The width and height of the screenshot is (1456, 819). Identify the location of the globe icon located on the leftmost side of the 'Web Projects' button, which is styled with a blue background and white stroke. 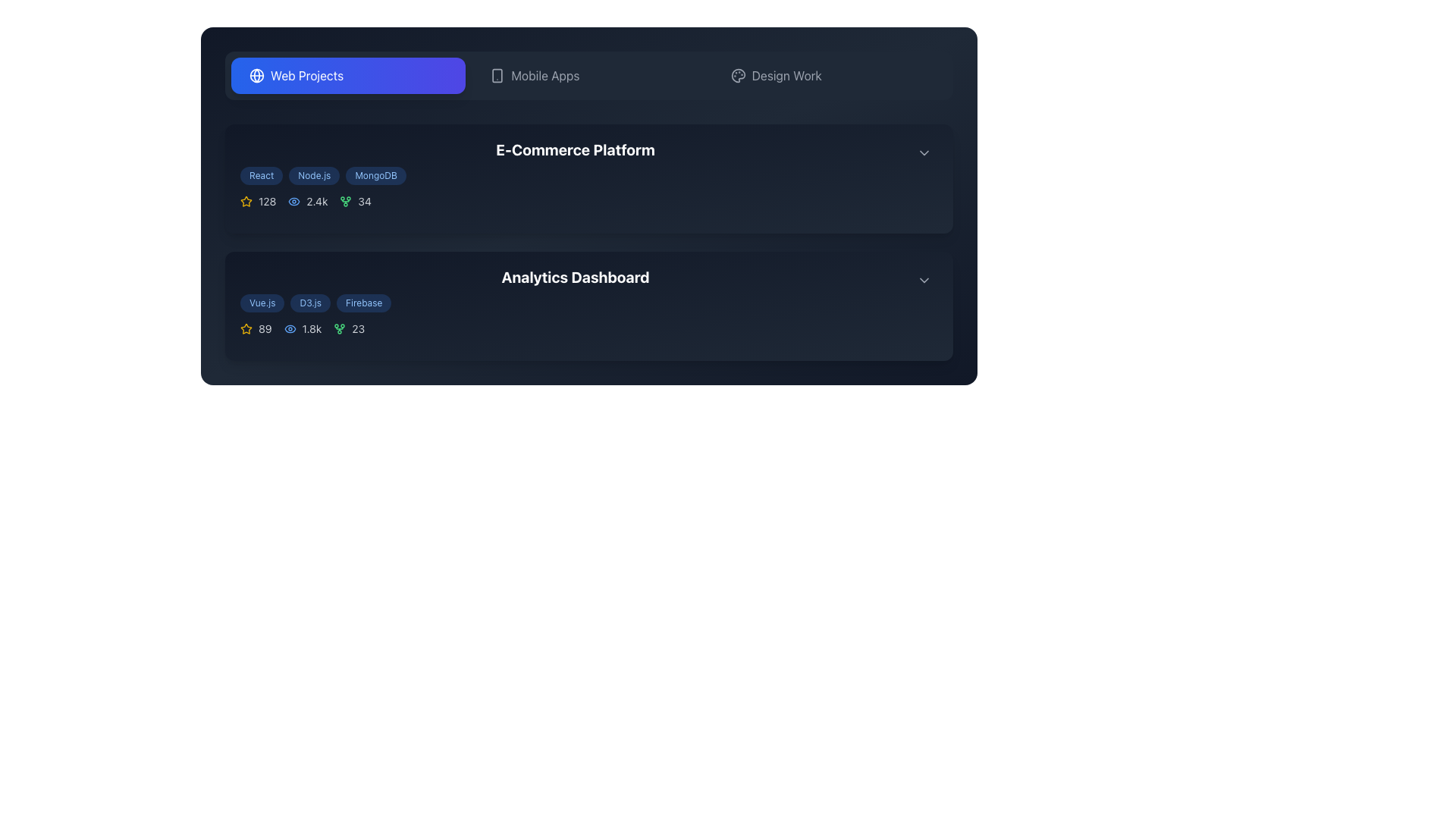
(257, 76).